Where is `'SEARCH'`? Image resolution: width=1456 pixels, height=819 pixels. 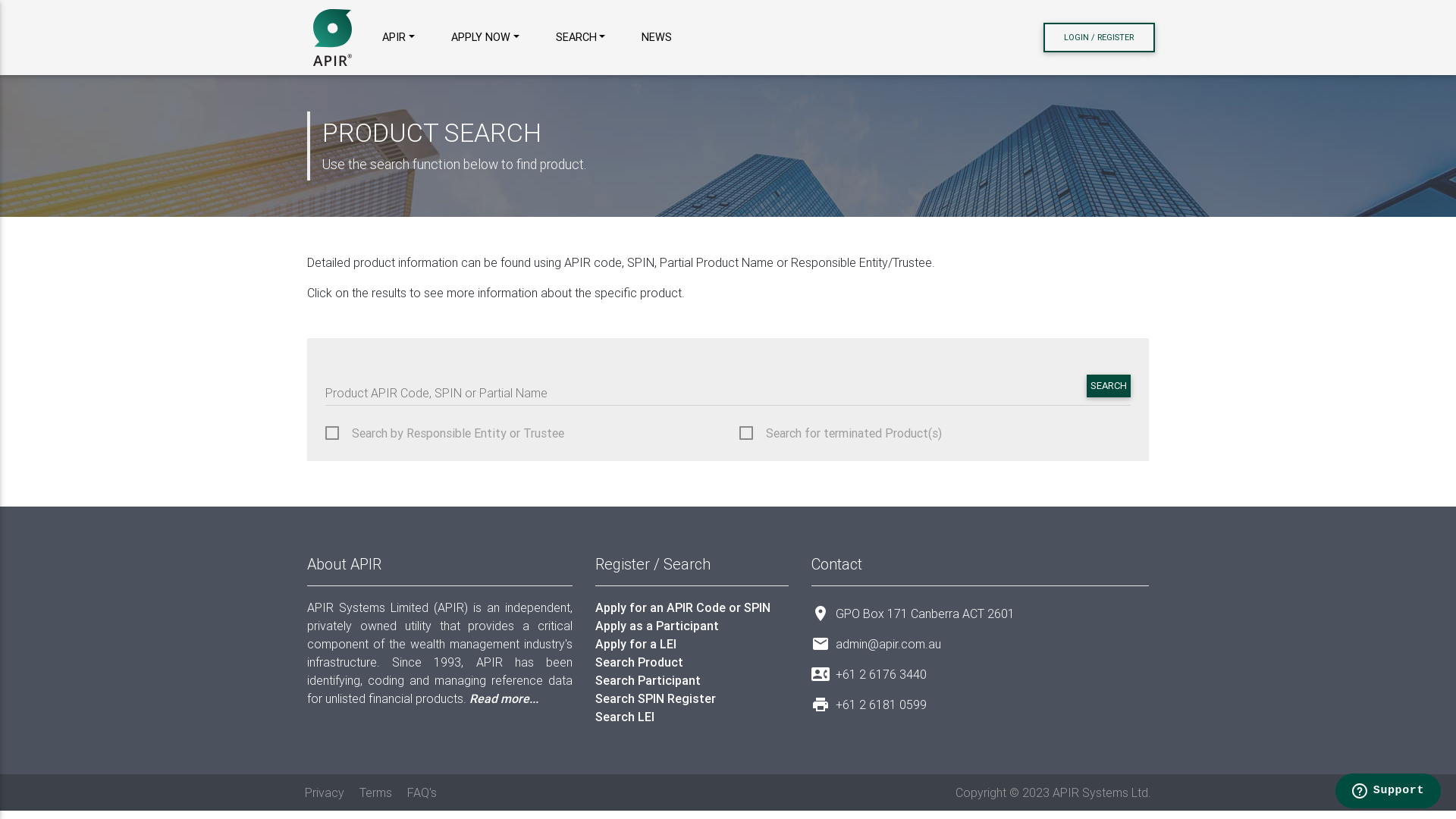
'SEARCH' is located at coordinates (1109, 385).